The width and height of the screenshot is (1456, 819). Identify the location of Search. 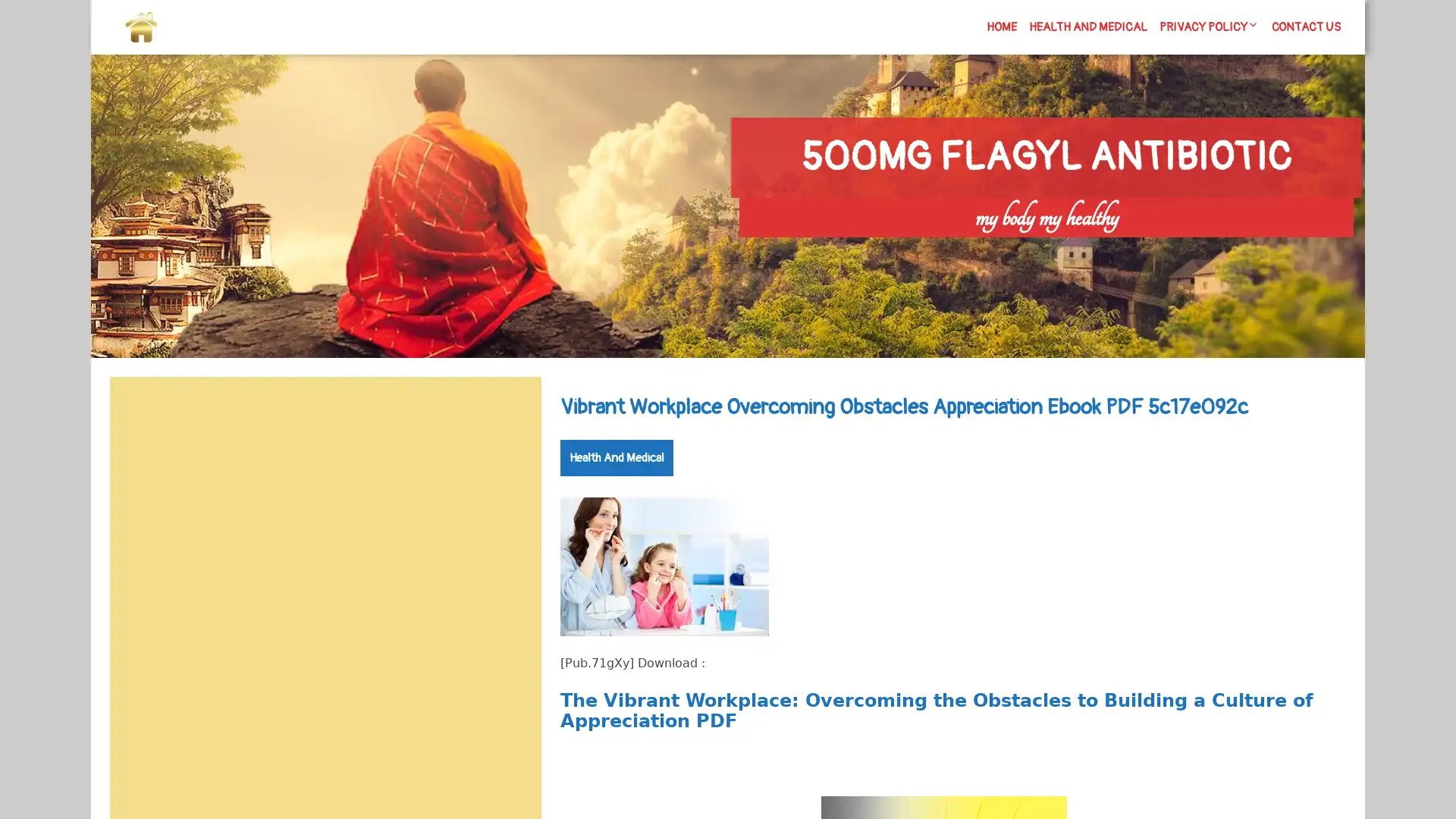
(1181, 248).